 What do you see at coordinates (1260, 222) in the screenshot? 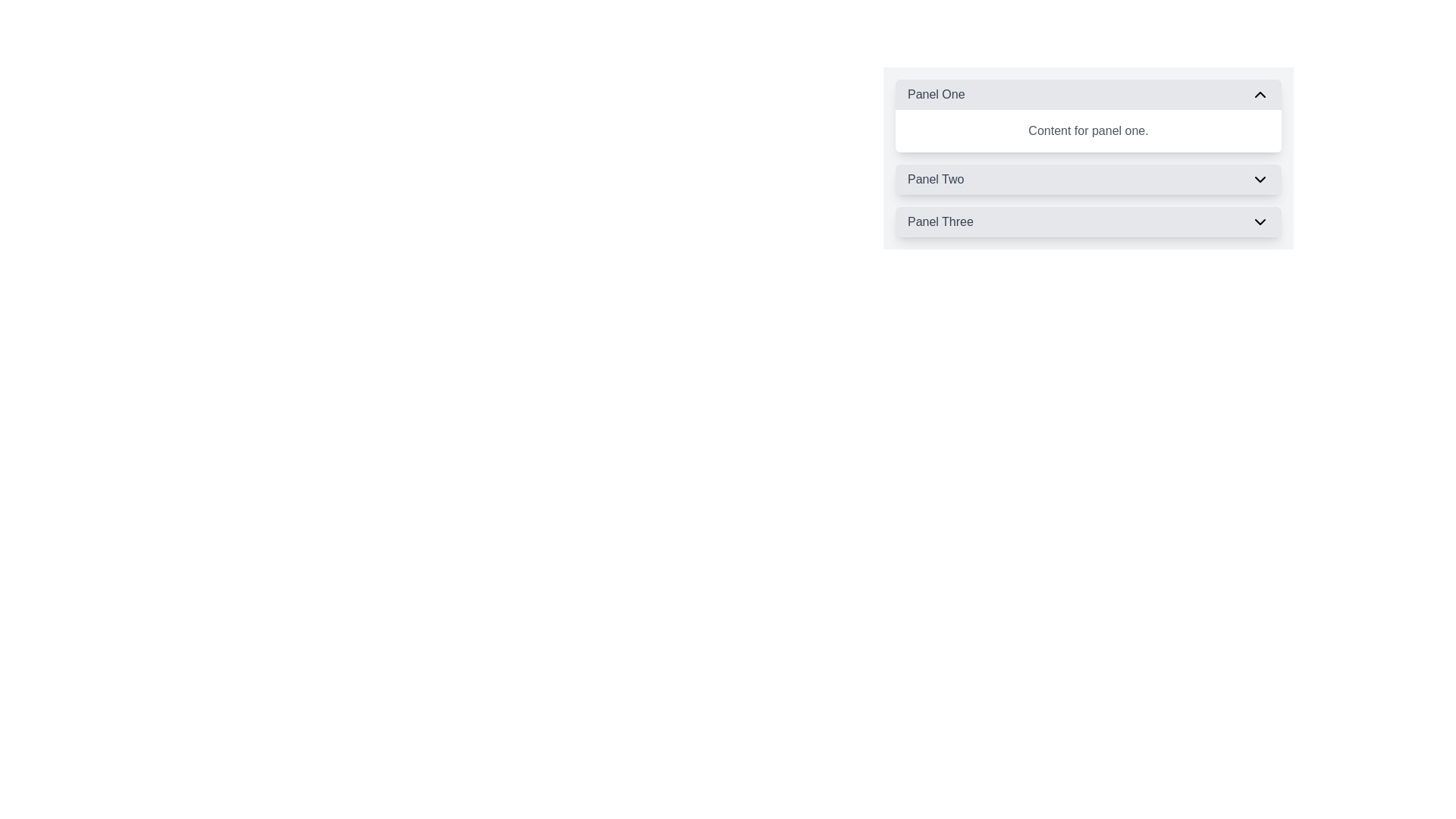
I see `the downward-pointing chevron icon with a black border located at the far right of the 'Panel Three' header row, adjacent to the text label 'Panel Three'` at bounding box center [1260, 222].